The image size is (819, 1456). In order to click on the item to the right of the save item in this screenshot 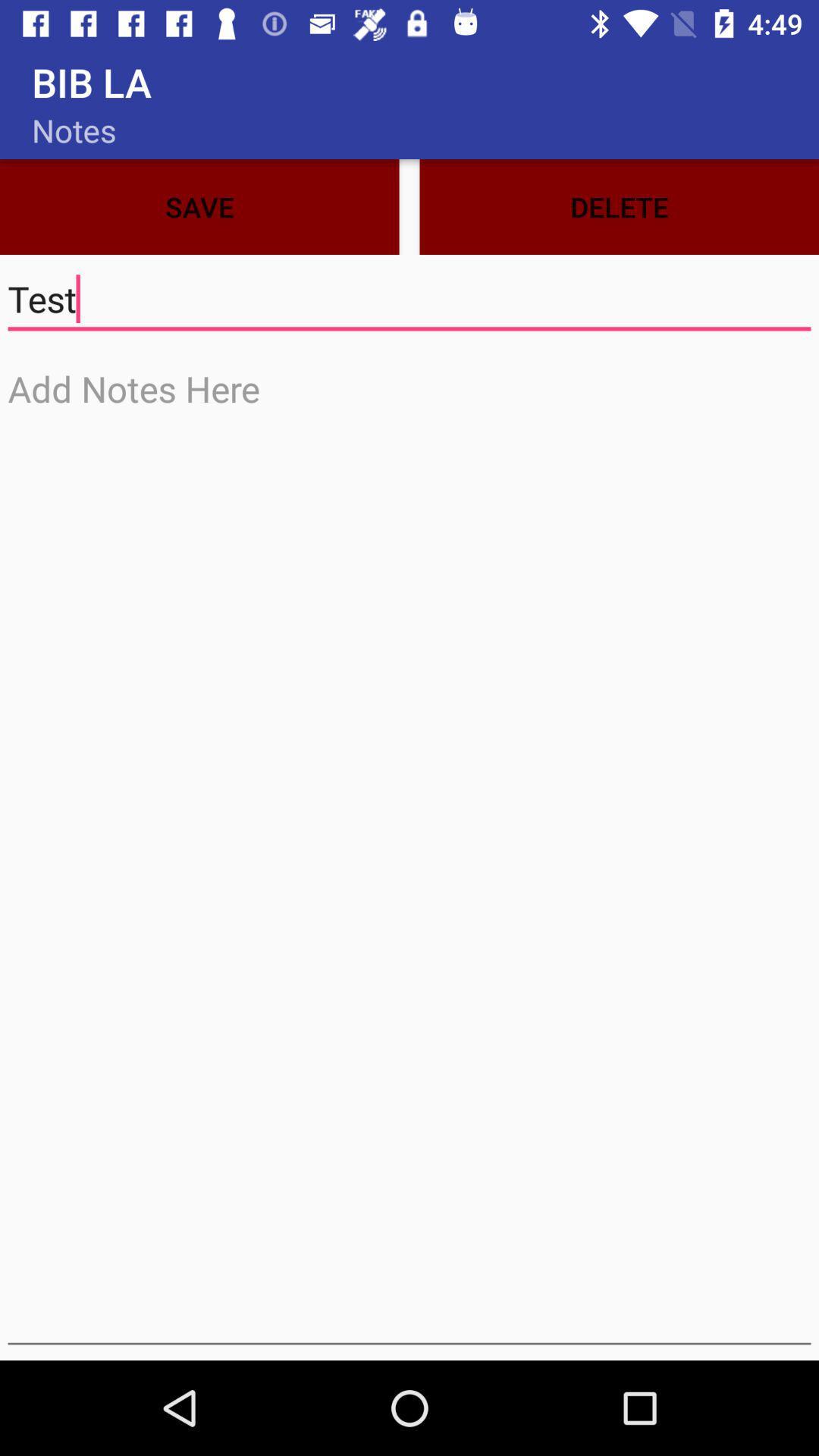, I will do `click(619, 206)`.